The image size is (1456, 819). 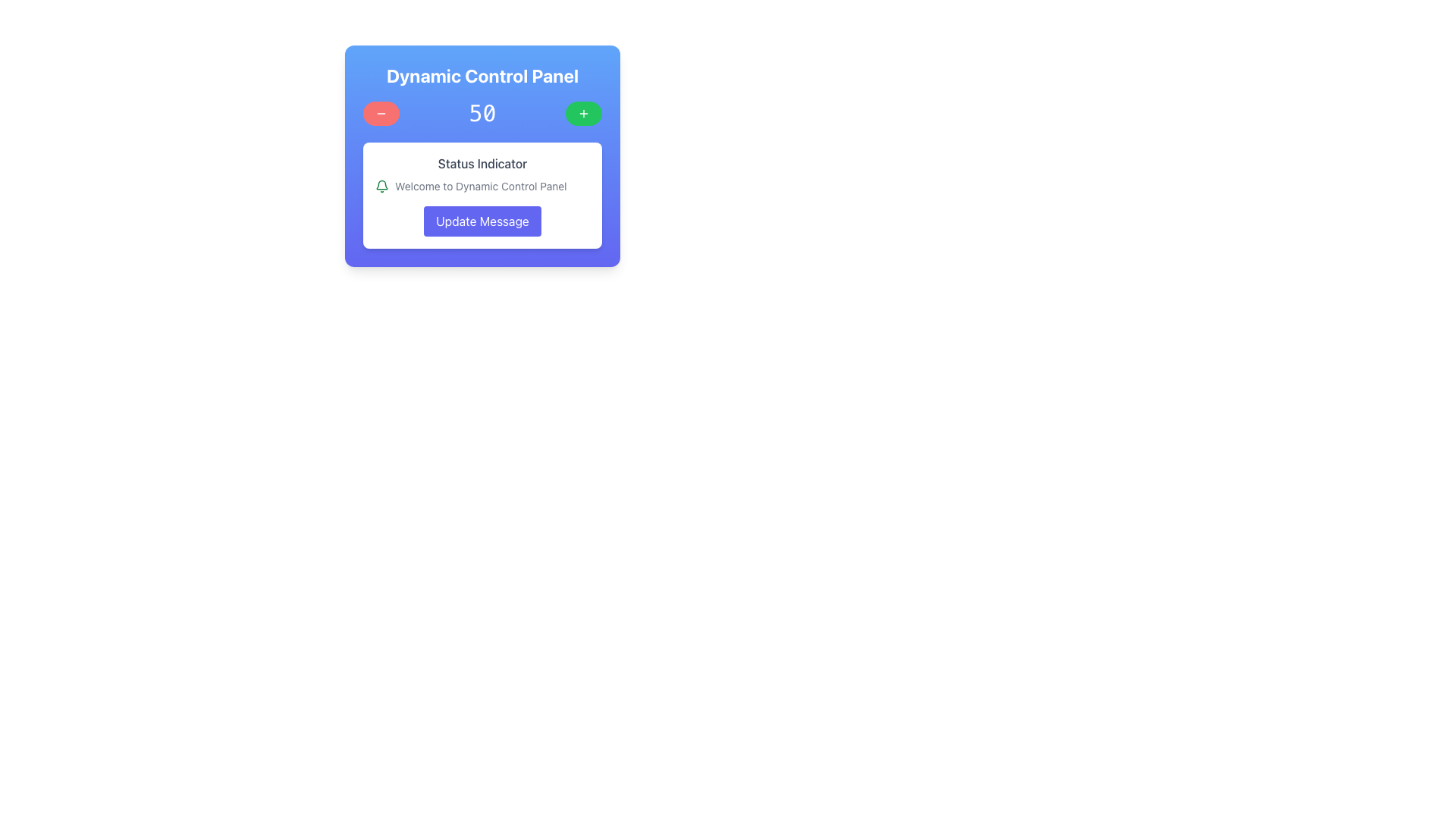 What do you see at coordinates (482, 113) in the screenshot?
I see `the static text display indicating a numeric value or counter located within the 'Dynamic Control Panel', positioned between the decrement and increment buttons` at bounding box center [482, 113].